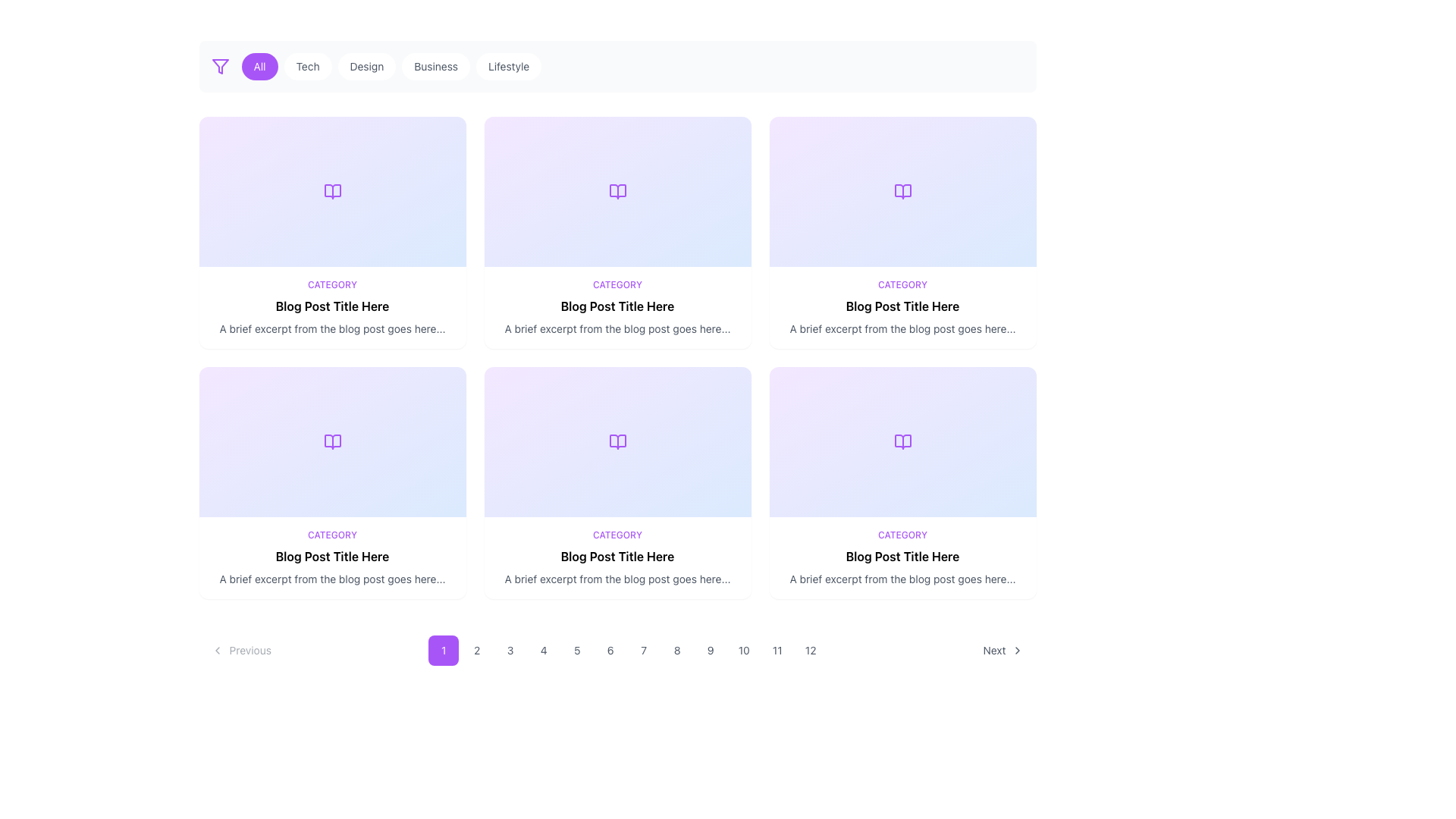  Describe the element at coordinates (902, 441) in the screenshot. I see `the SVG icon representing an open book located in the sixth card of the grid` at that location.